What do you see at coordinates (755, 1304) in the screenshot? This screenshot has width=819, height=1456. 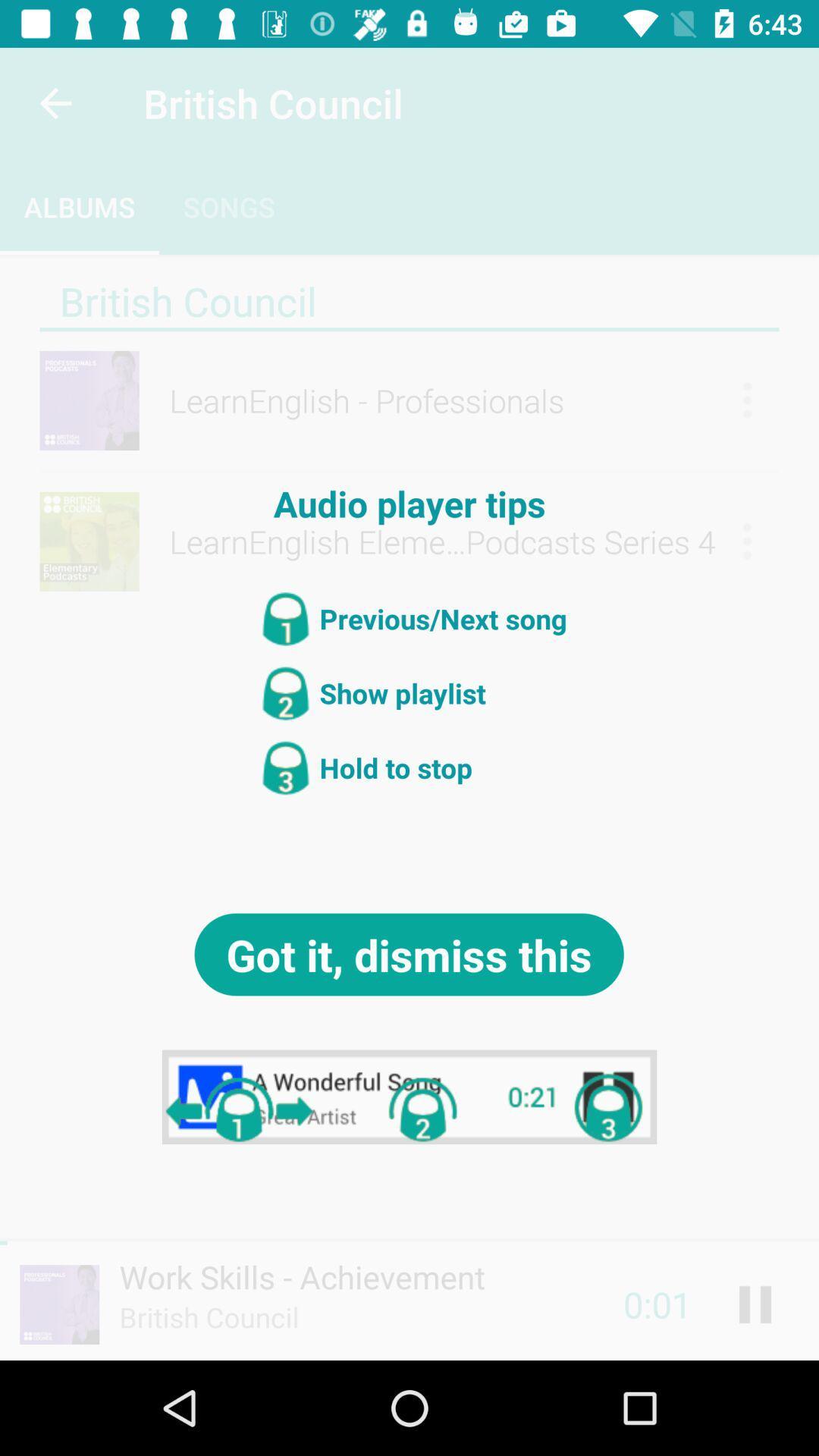 I see `the pause icon` at bounding box center [755, 1304].